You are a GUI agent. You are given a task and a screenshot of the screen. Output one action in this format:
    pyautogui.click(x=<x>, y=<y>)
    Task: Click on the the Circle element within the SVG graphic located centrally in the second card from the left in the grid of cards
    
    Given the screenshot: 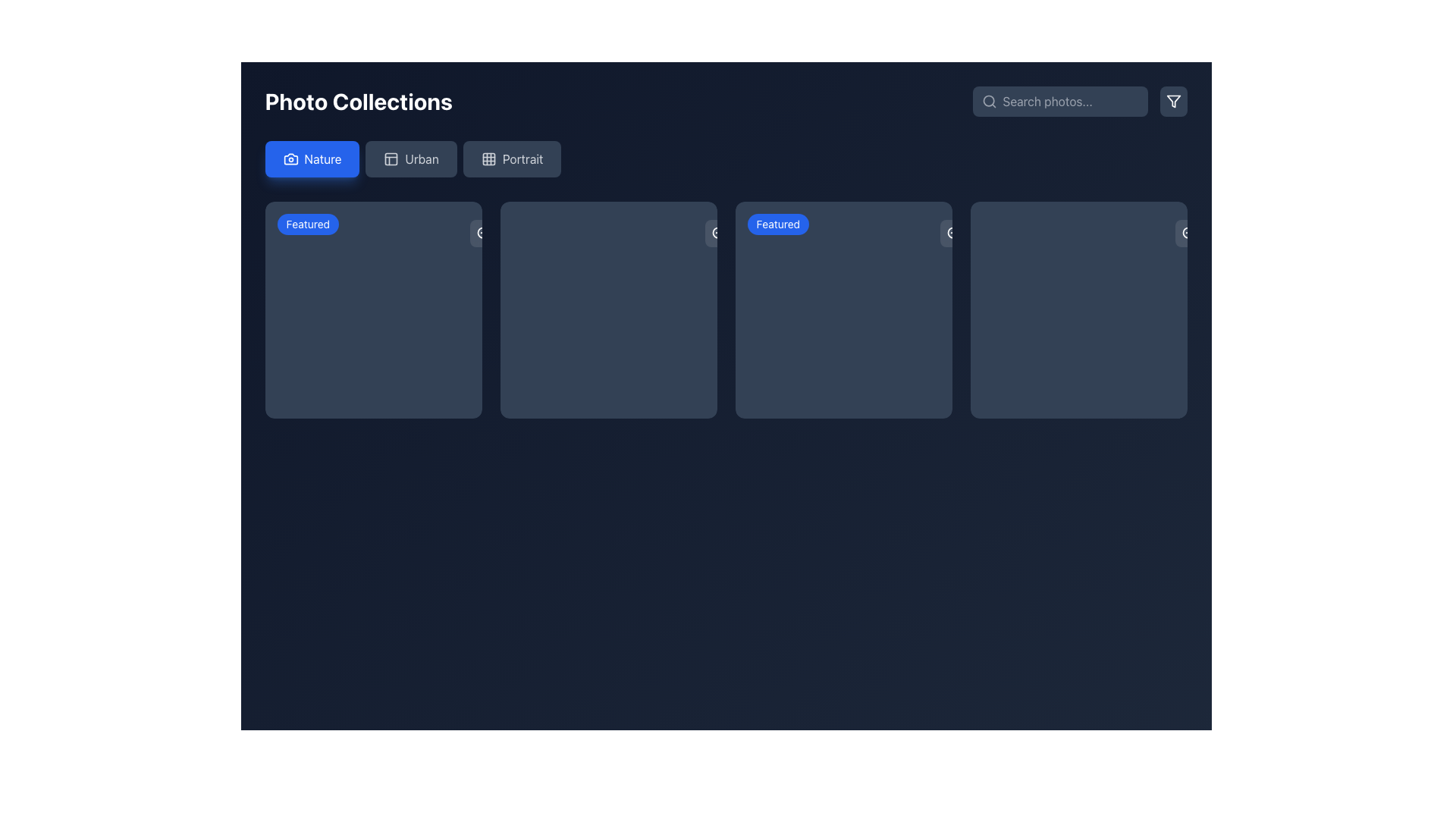 What is the action you would take?
    pyautogui.click(x=564, y=234)
    